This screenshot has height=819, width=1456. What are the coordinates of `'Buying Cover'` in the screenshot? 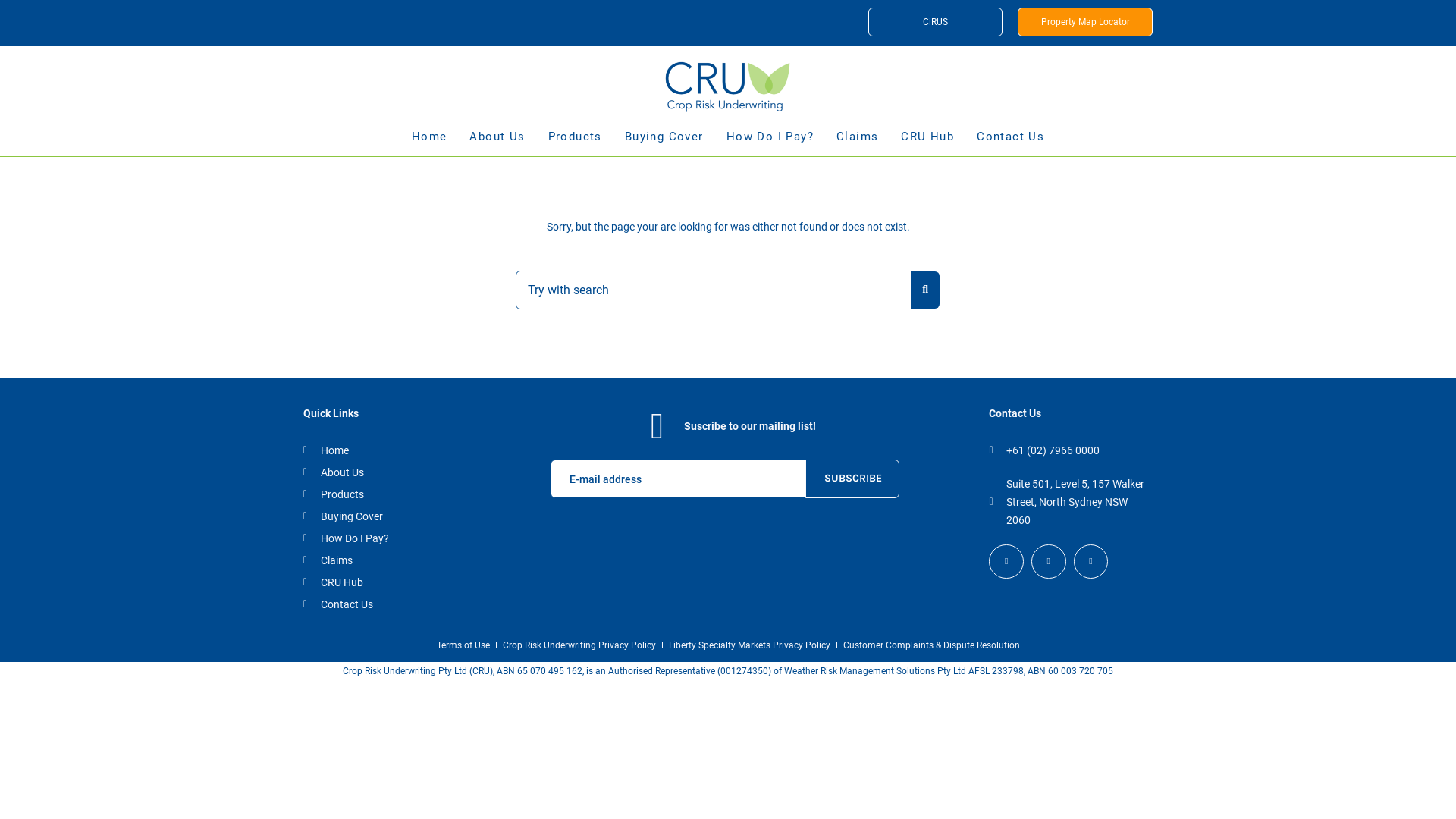 It's located at (664, 143).